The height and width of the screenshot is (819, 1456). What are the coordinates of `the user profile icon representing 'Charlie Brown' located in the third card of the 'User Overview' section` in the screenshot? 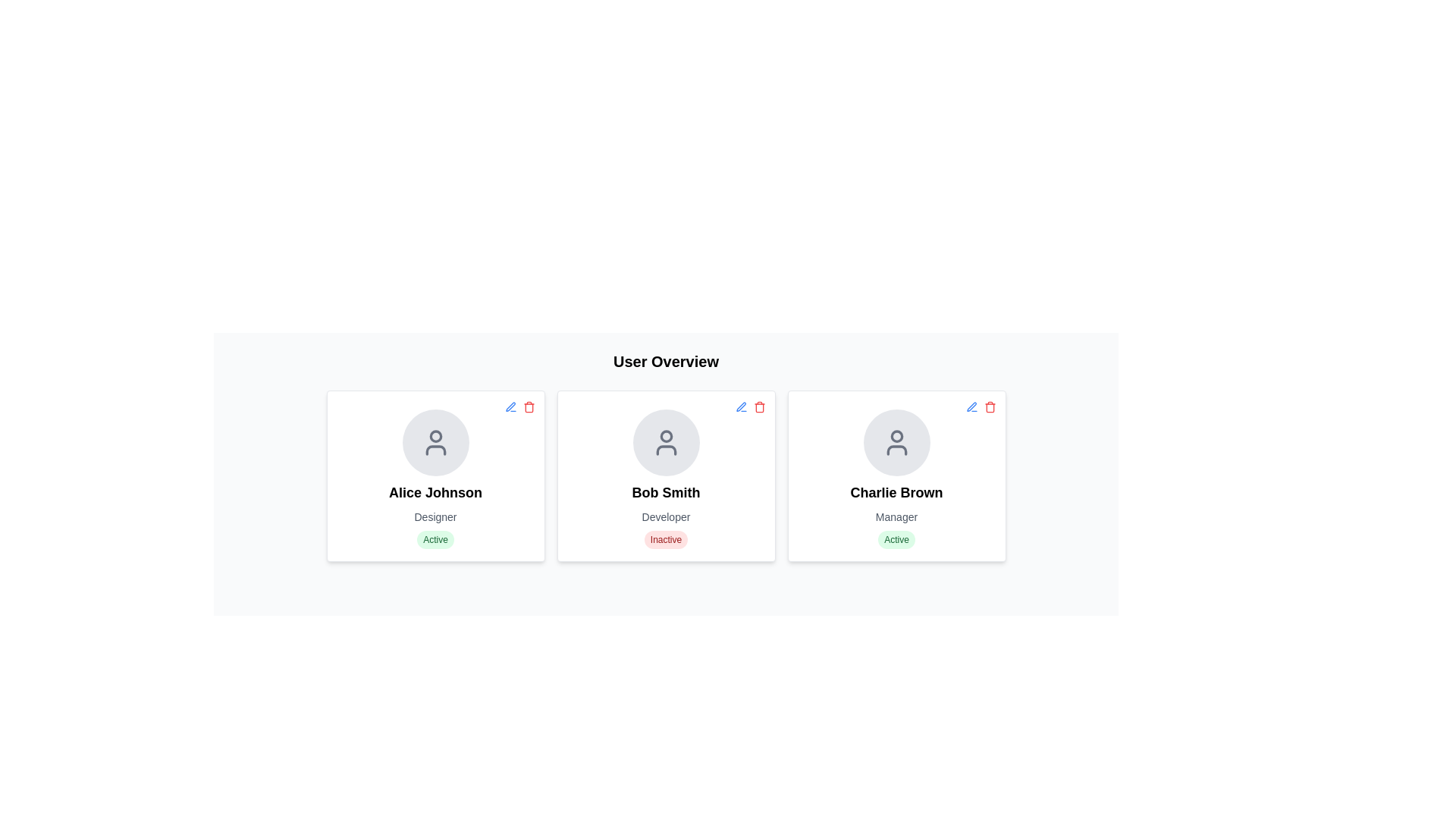 It's located at (896, 442).